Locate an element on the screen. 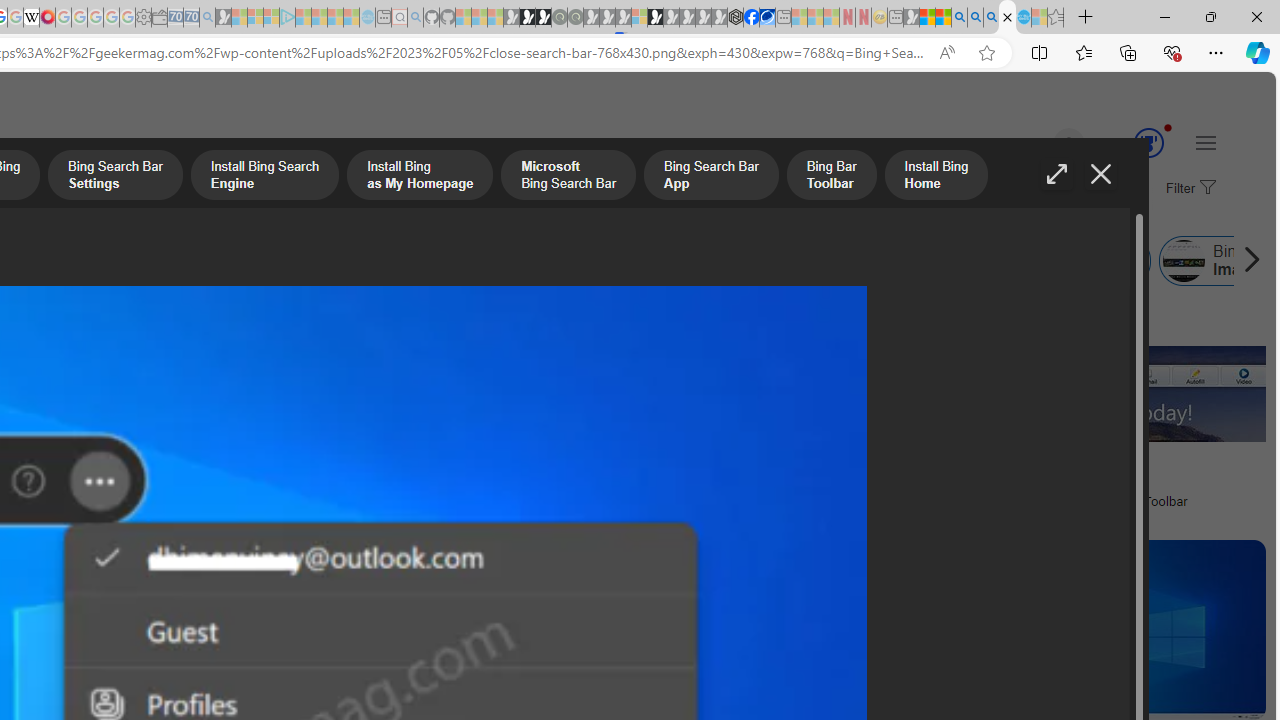 The height and width of the screenshot is (720, 1280). 'Bing Search Bar Settings' is located at coordinates (114, 176).